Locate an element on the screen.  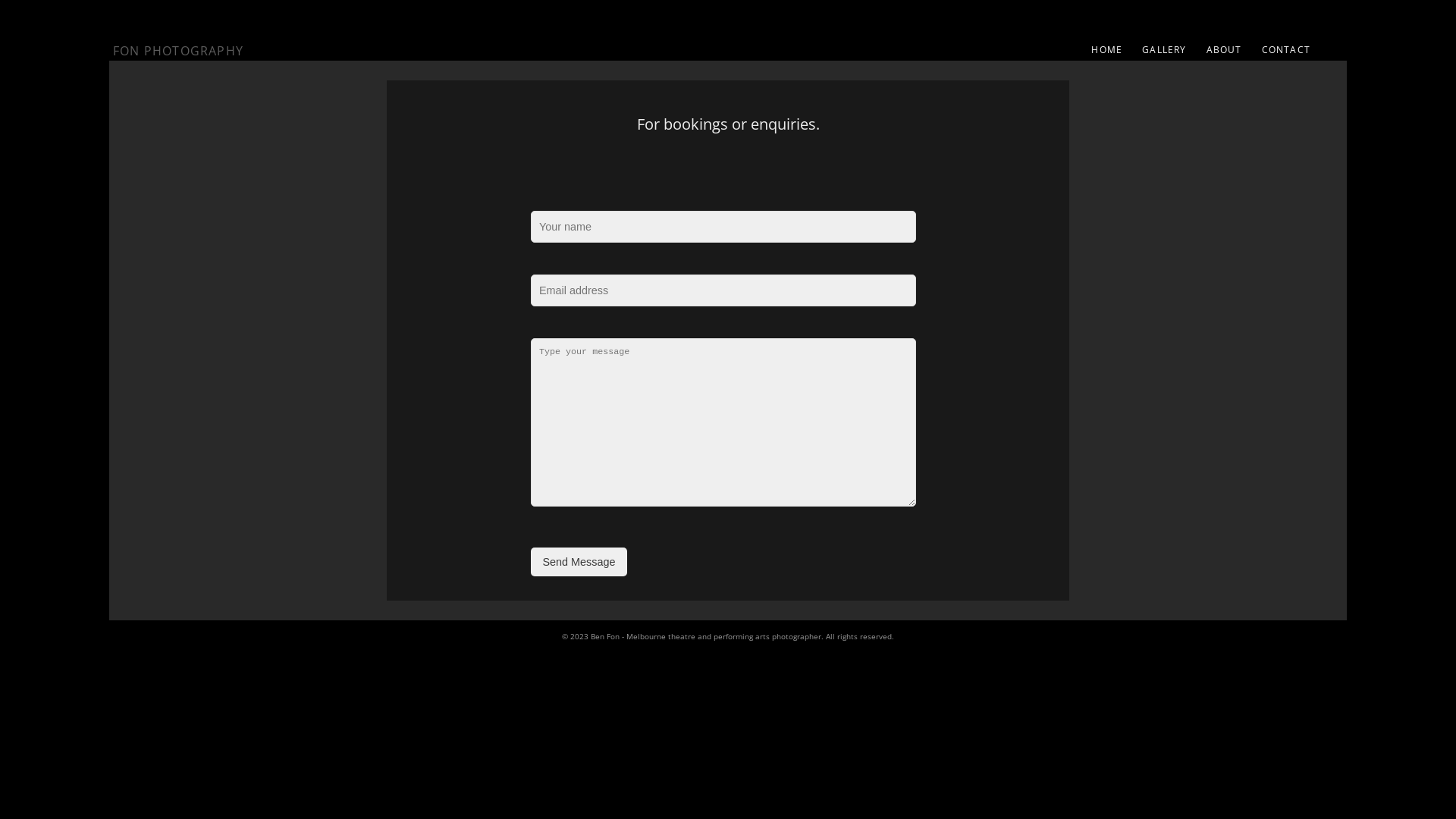
'ABOUT' is located at coordinates (1224, 49).